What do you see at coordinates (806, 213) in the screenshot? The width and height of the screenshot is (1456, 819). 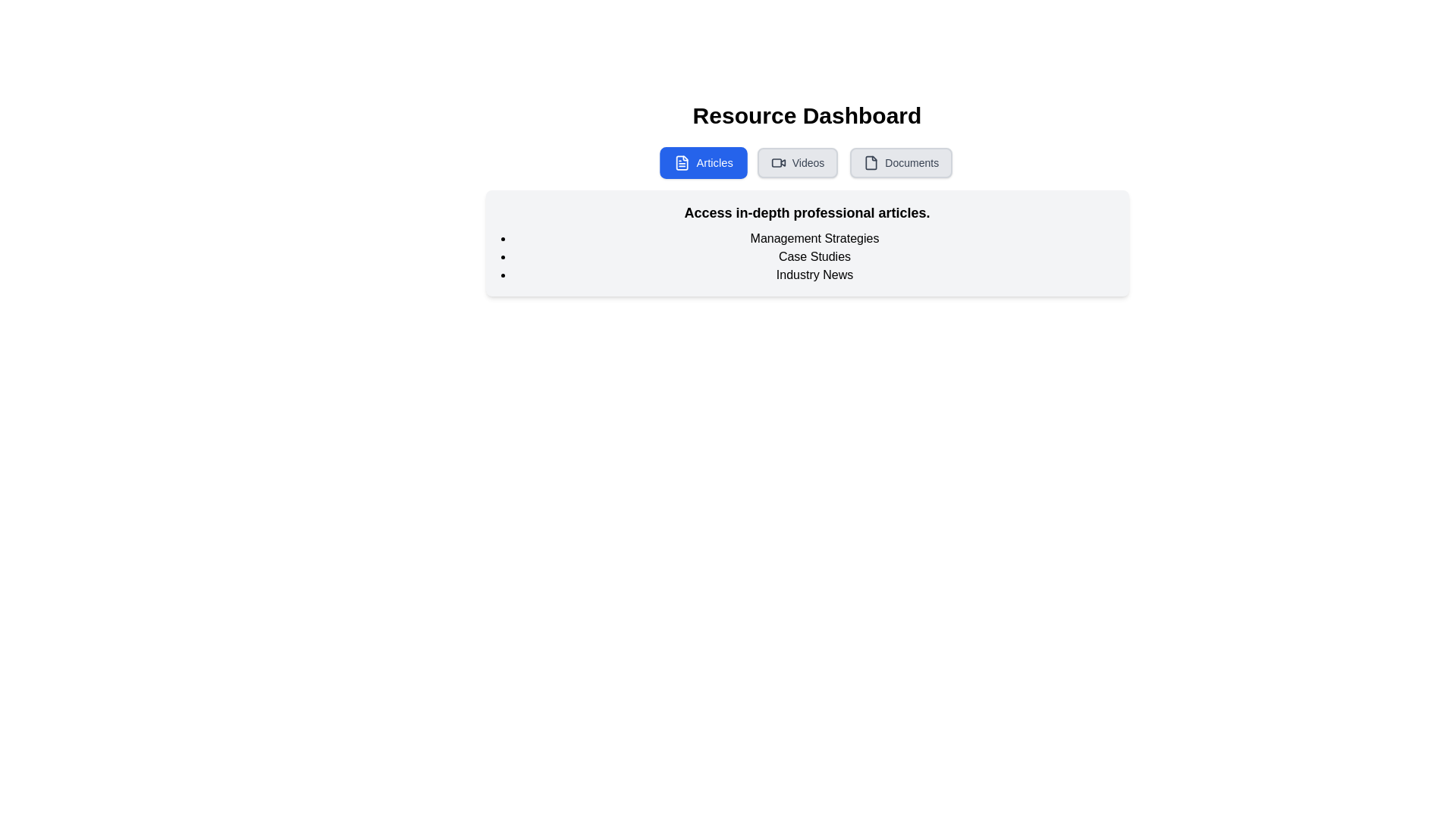 I see `the prominent text label that reads 'Access in-depth professional articles.' which is styled with a larger font and bold weight, located above a list of bullet points in a light gray rounded corner panel` at bounding box center [806, 213].